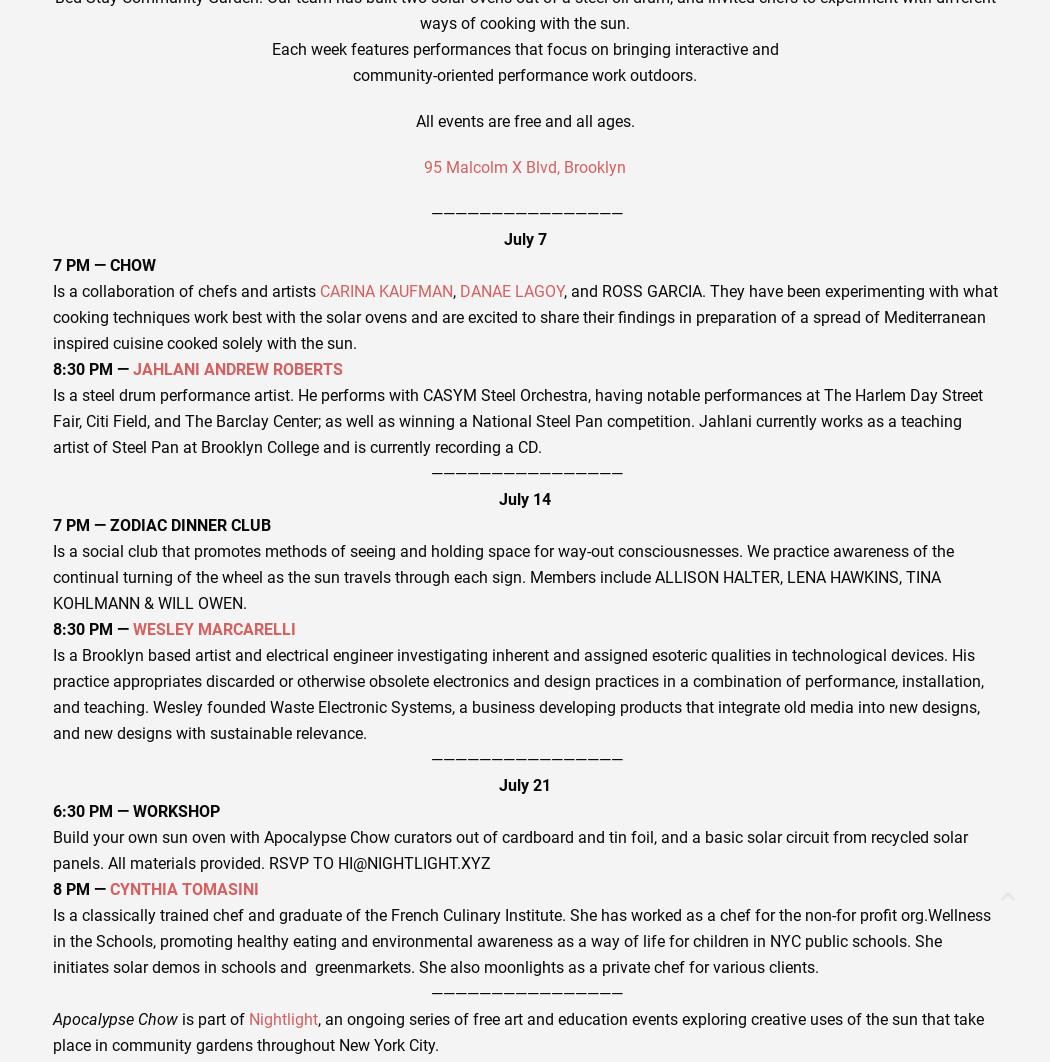 This screenshot has height=1062, width=1050. Describe the element at coordinates (50, 1017) in the screenshot. I see `'Apocalypse Chow'` at that location.